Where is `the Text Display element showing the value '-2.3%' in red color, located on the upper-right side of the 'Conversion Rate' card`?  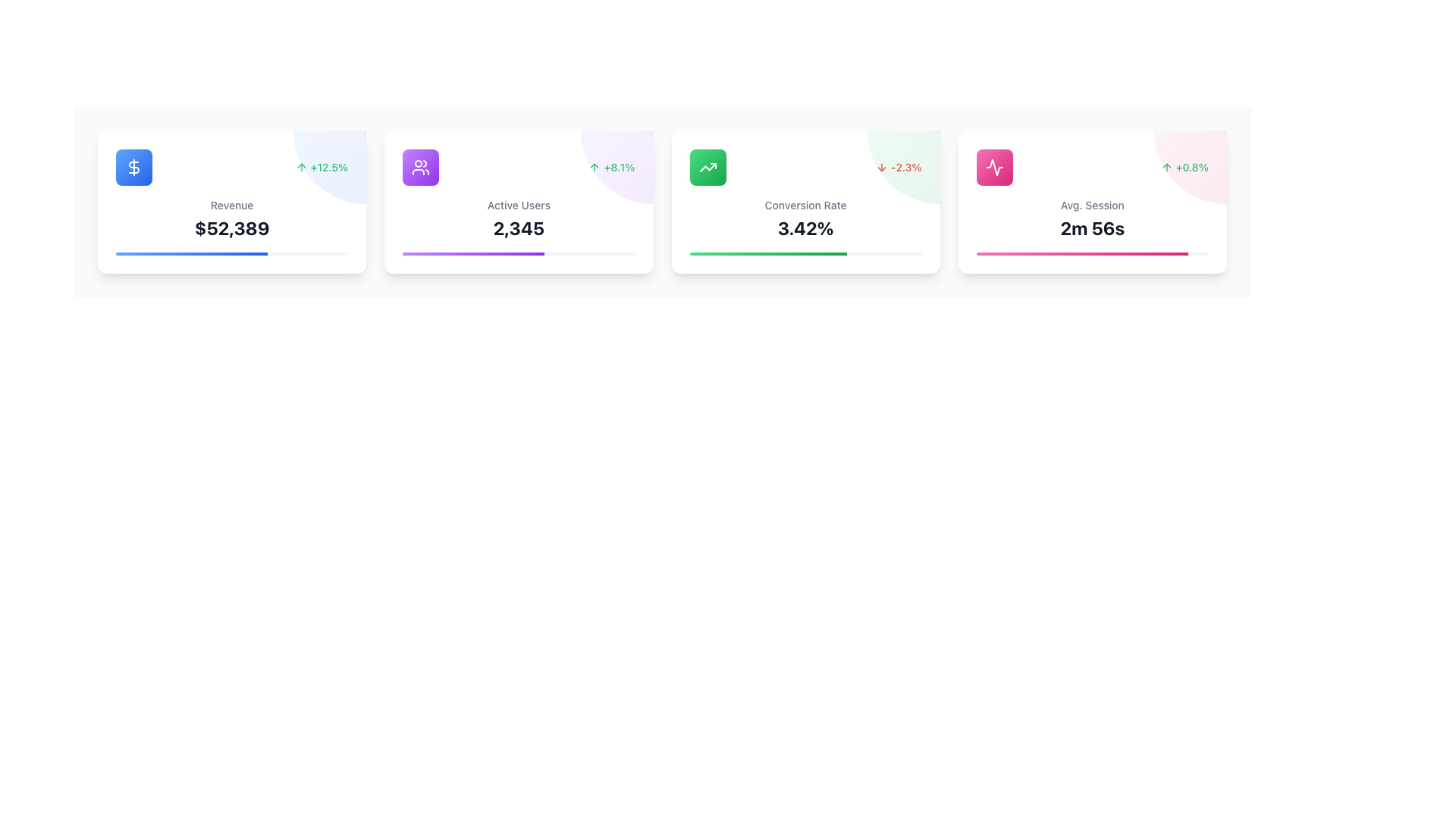 the Text Display element showing the value '-2.3%' in red color, located on the upper-right side of the 'Conversion Rate' card is located at coordinates (906, 167).